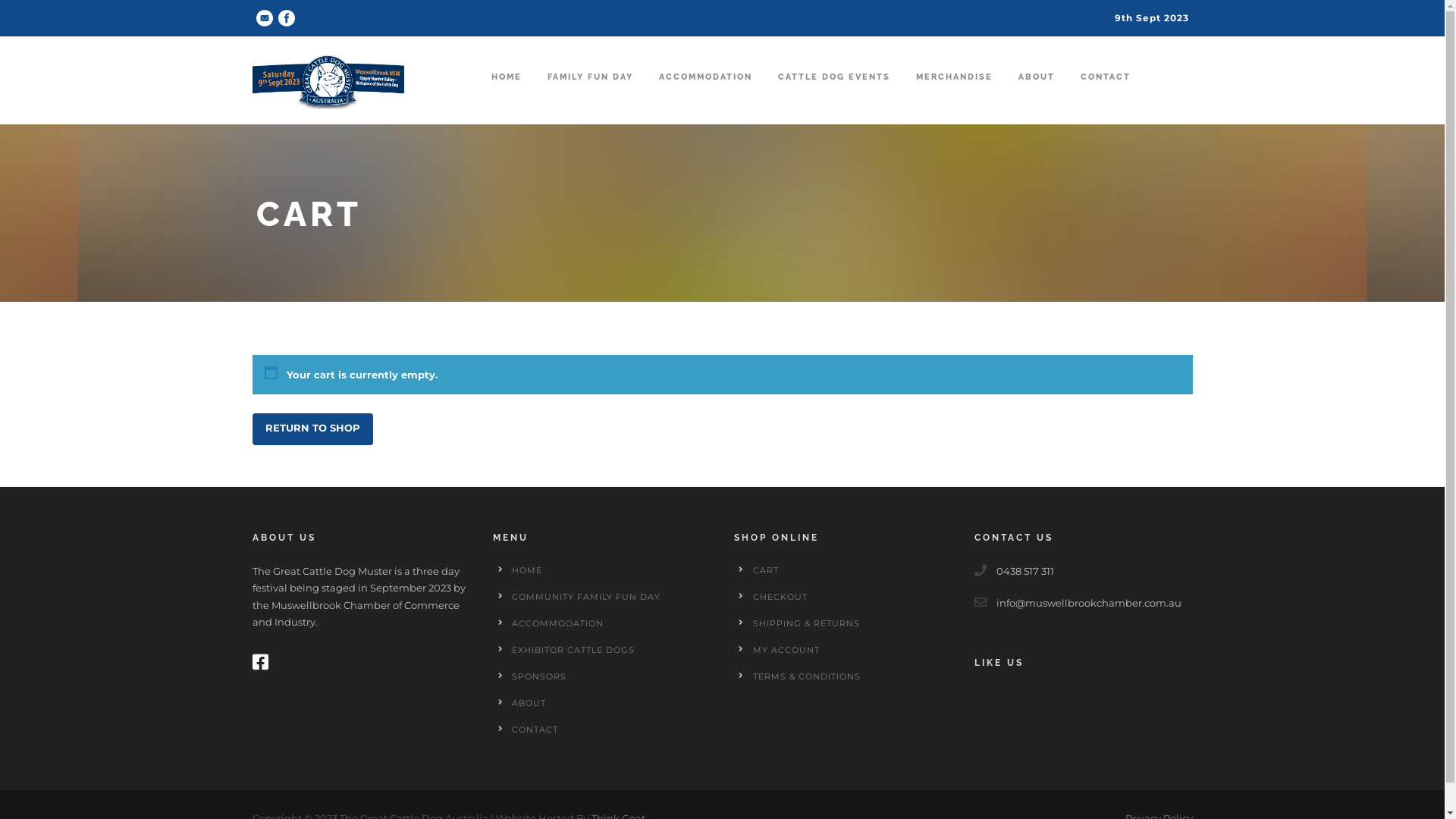  Describe the element at coordinates (506, 92) in the screenshot. I see `'HOME'` at that location.